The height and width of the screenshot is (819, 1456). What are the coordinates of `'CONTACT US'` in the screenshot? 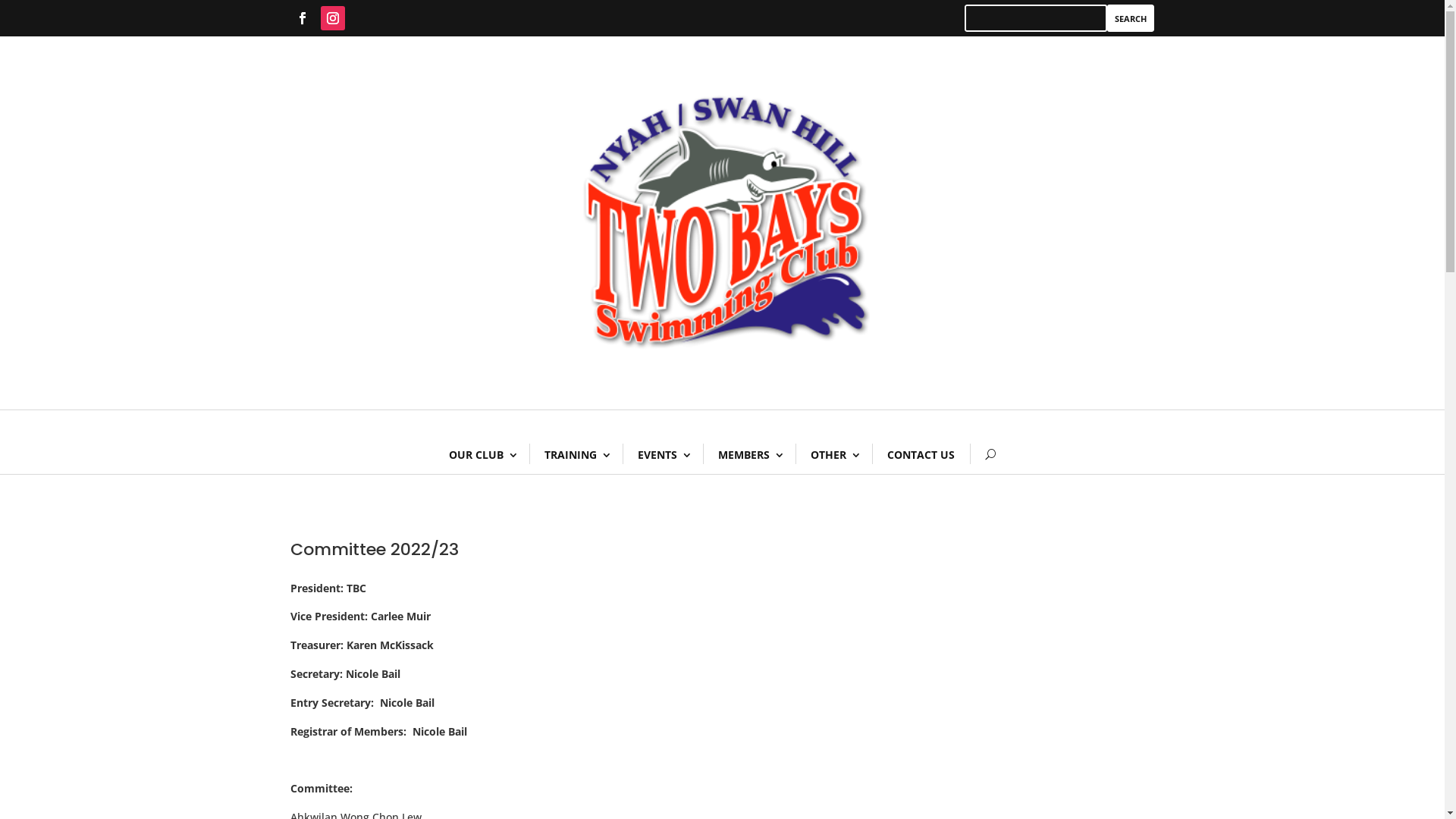 It's located at (920, 453).